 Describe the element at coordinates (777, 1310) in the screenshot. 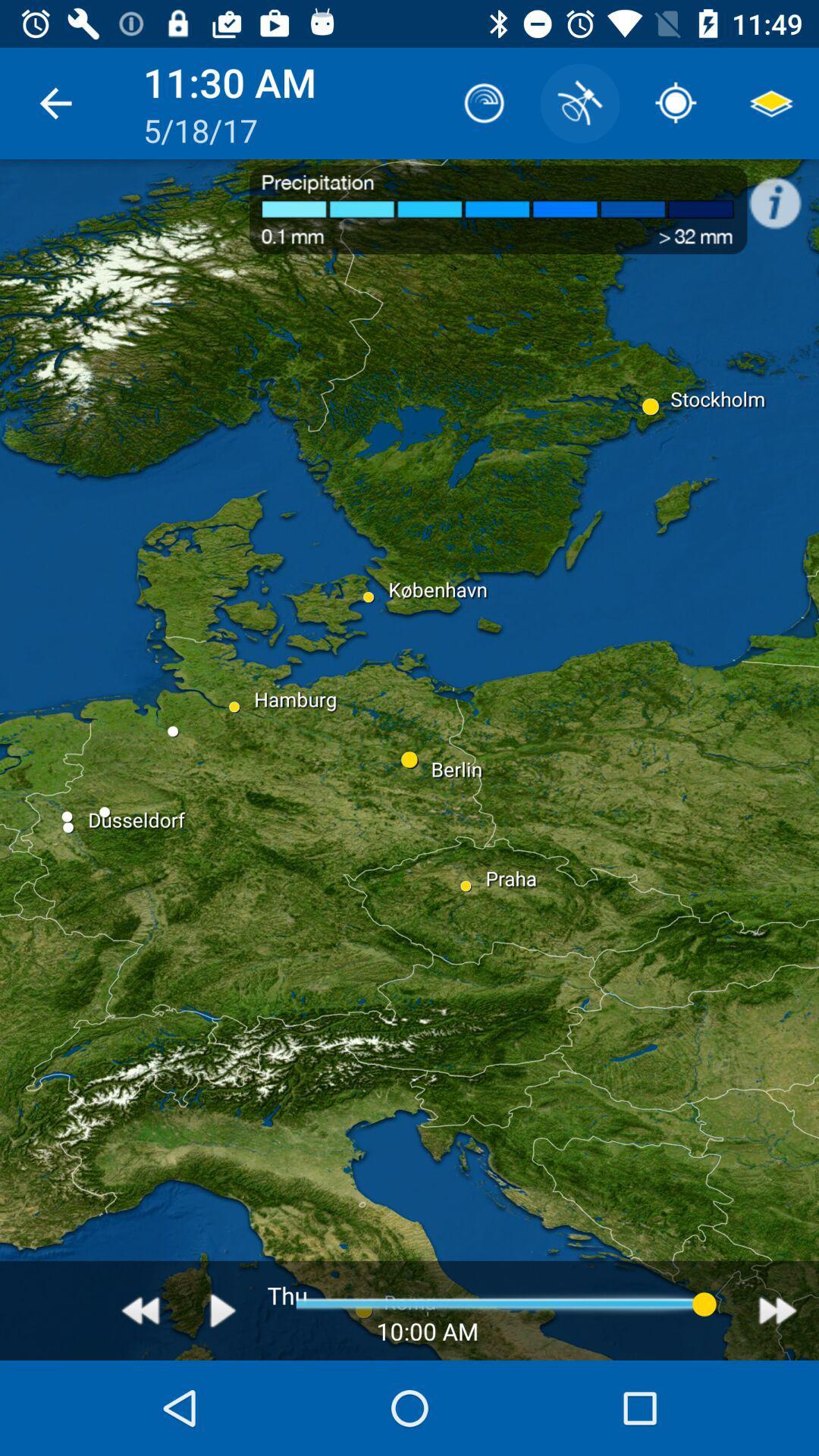

I see `the av_forward icon` at that location.